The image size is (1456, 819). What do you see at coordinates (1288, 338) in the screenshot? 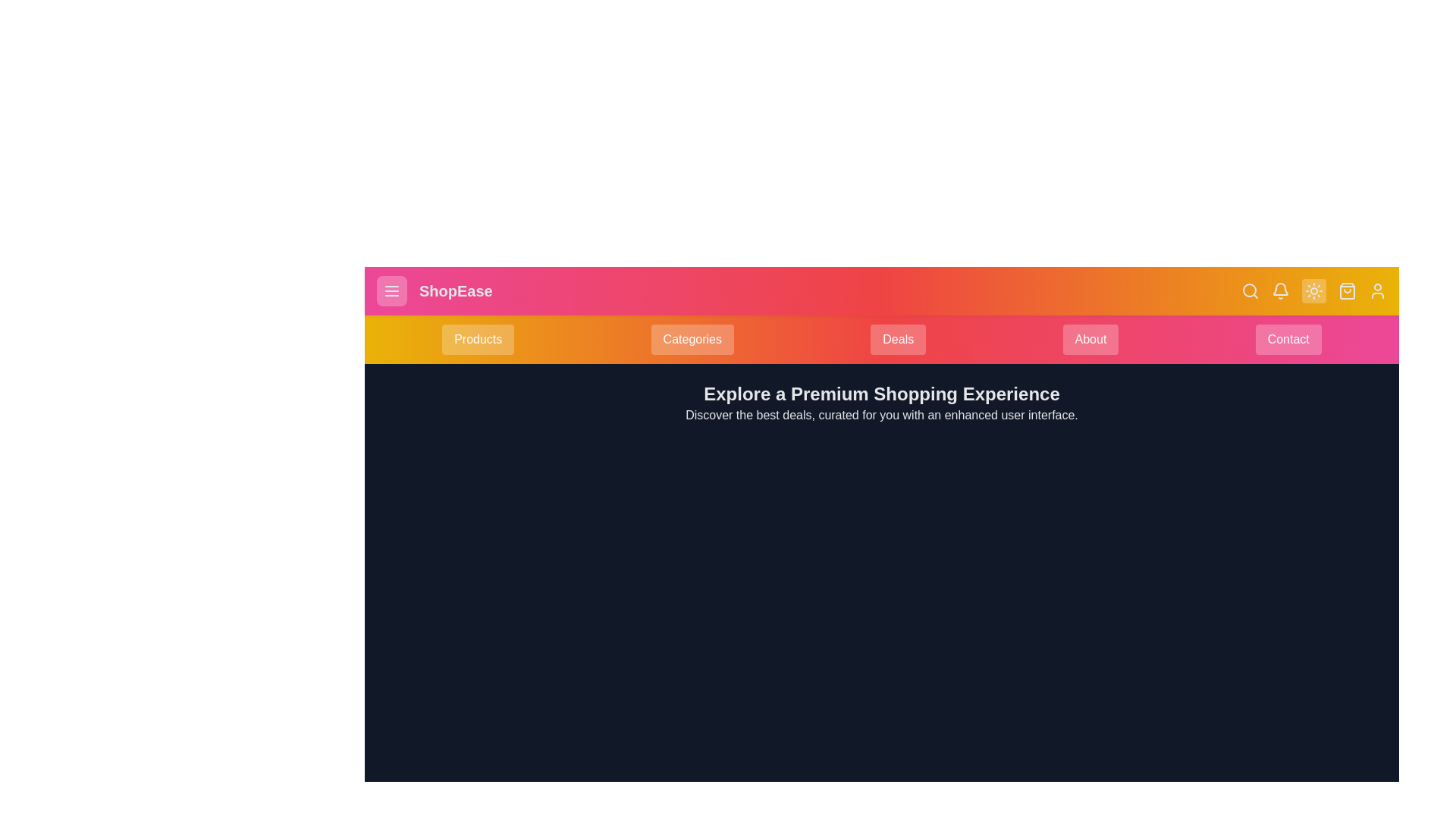
I see `the Contact button in the navigation bar to navigate to the respective section` at bounding box center [1288, 338].